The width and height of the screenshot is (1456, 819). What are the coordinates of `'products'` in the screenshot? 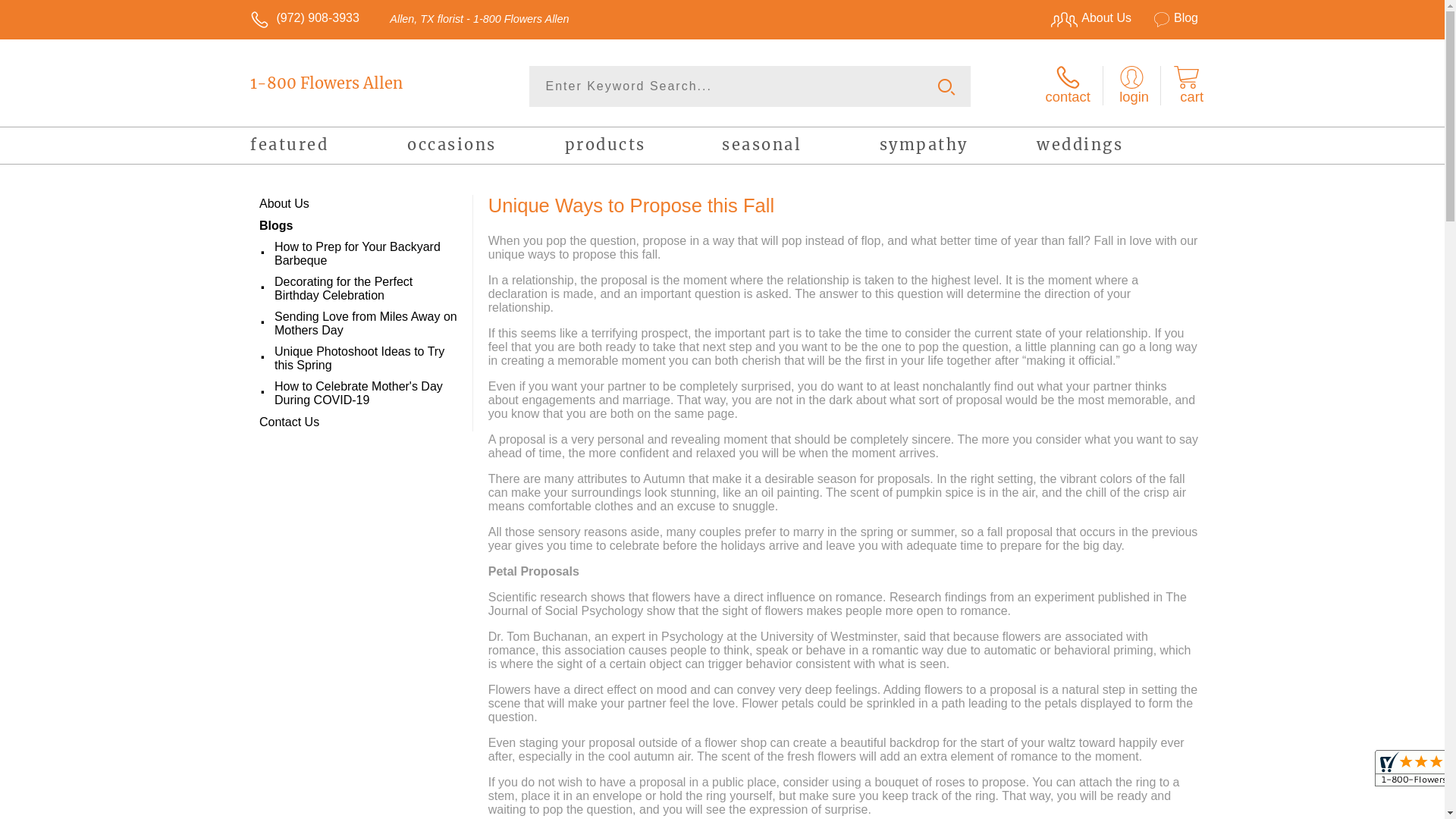 It's located at (643, 147).